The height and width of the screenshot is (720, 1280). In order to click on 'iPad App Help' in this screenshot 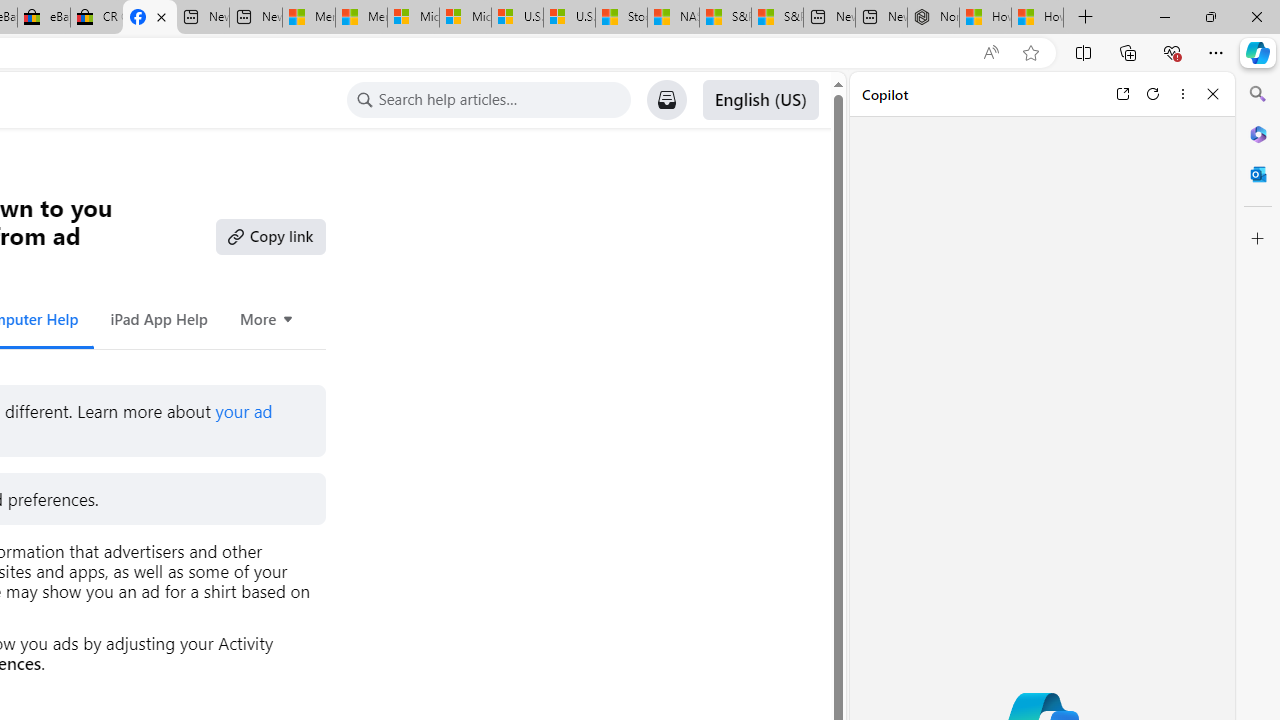, I will do `click(157, 318)`.